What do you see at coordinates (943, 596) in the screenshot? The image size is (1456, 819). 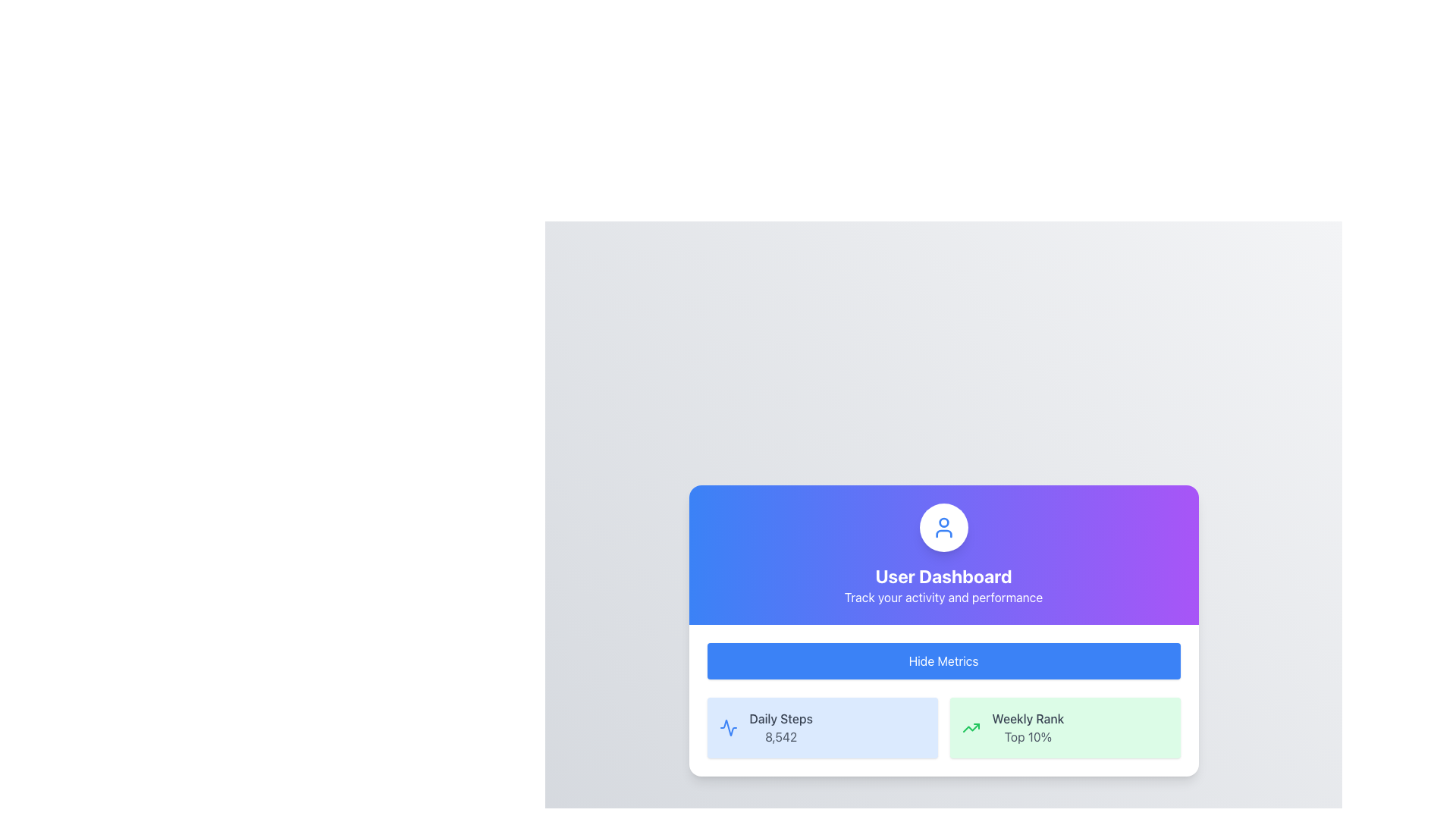 I see `the static text displaying 'Track your activity and performance', which is styled in white/light color and positioned beneath 'User Dashboard' within a card-like area` at bounding box center [943, 596].